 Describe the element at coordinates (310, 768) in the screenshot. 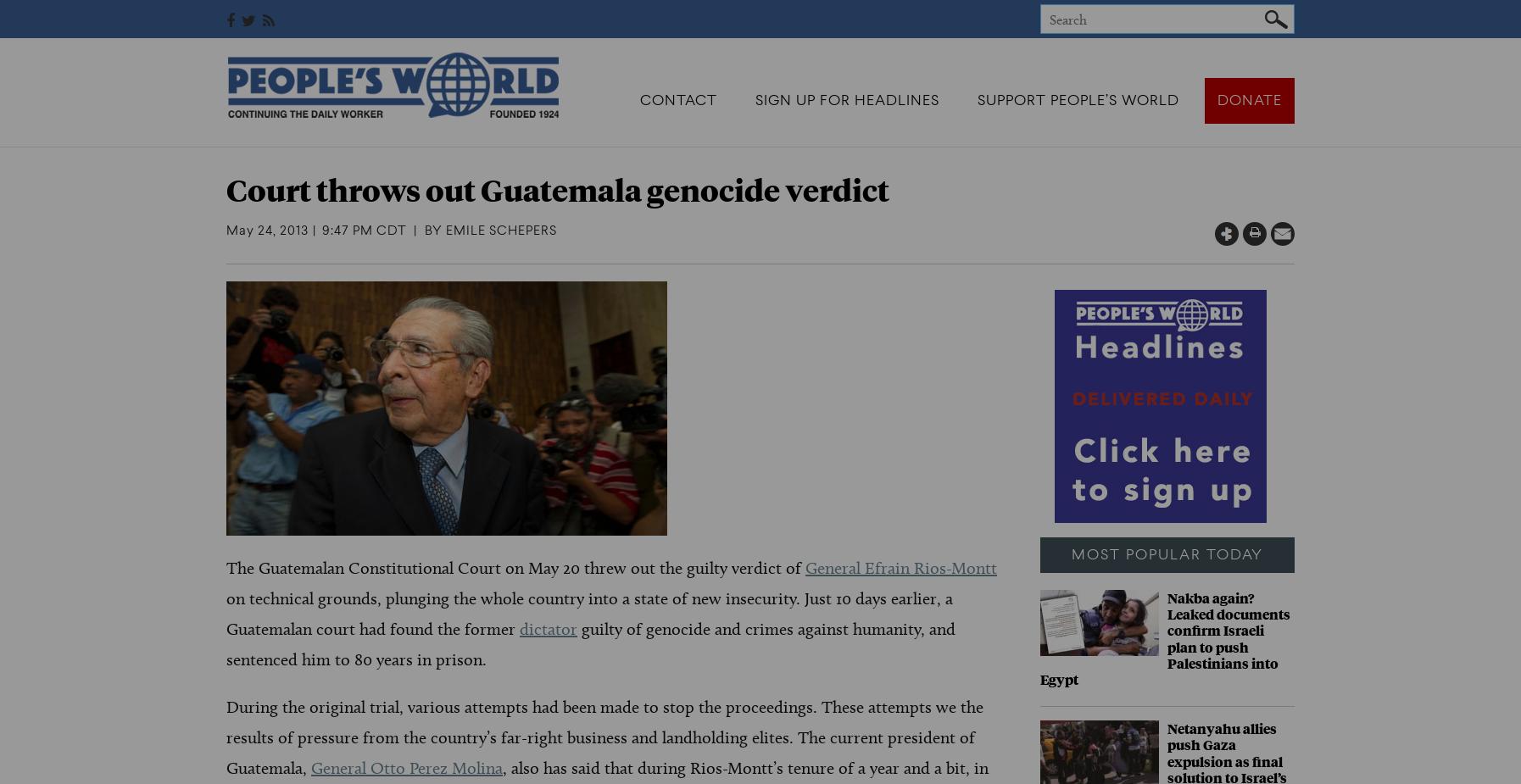

I see `'General Otto Perez Molina'` at that location.